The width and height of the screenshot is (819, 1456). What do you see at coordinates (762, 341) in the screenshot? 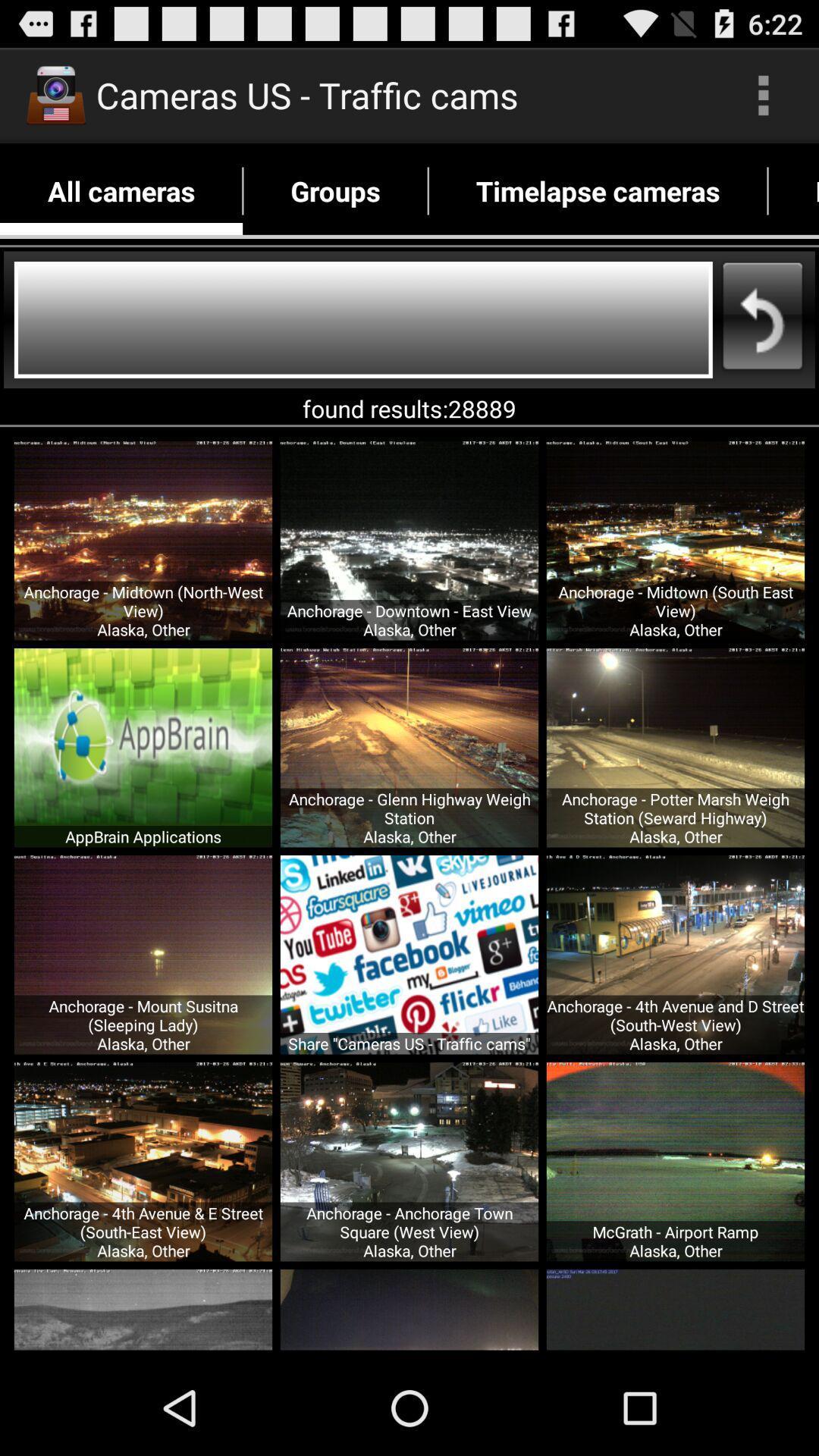
I see `the undo icon` at bounding box center [762, 341].